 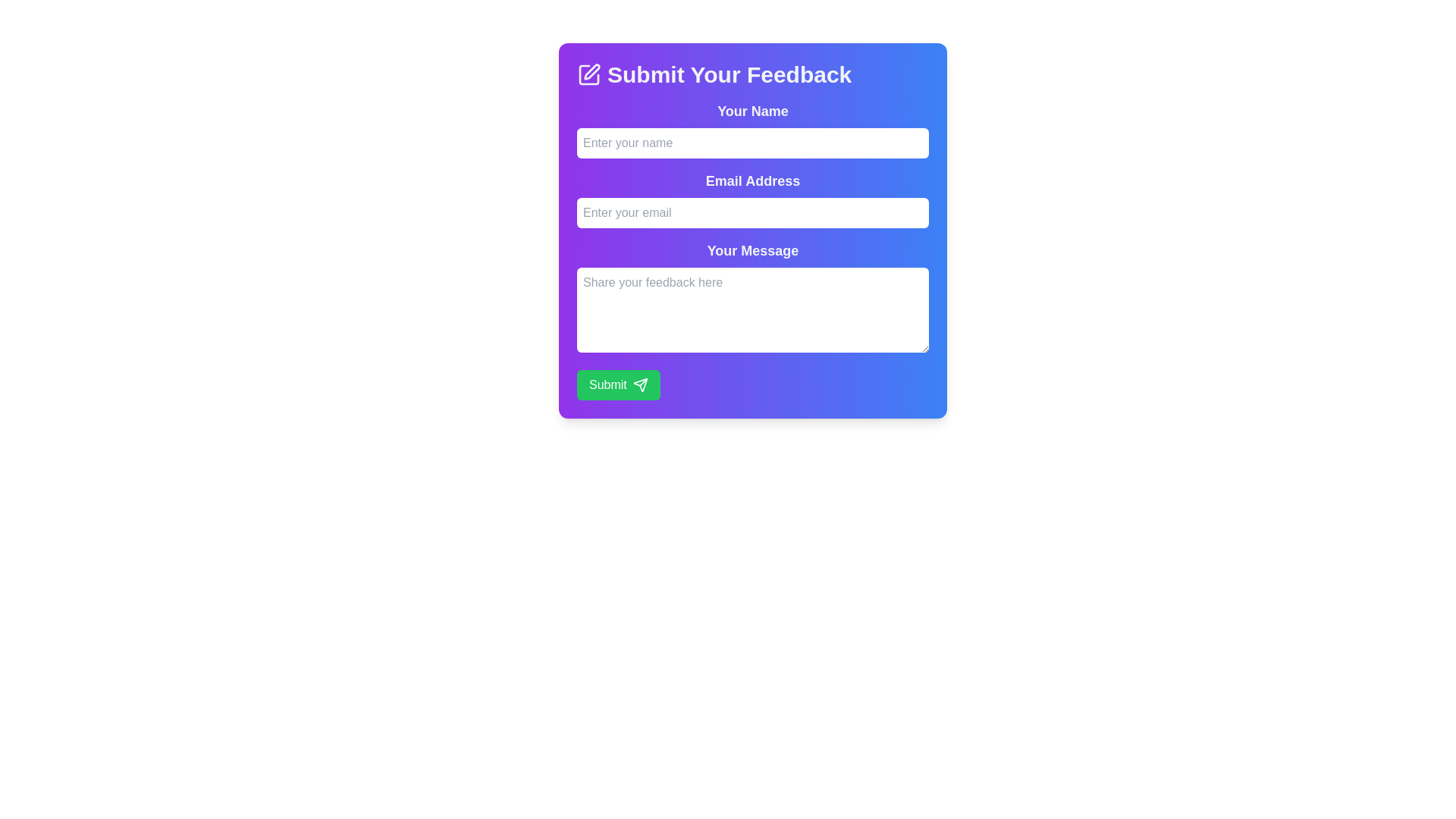 I want to click on the 'Submit' button that contains a paper airplane icon, located at the right side of the button, so click(x=640, y=384).